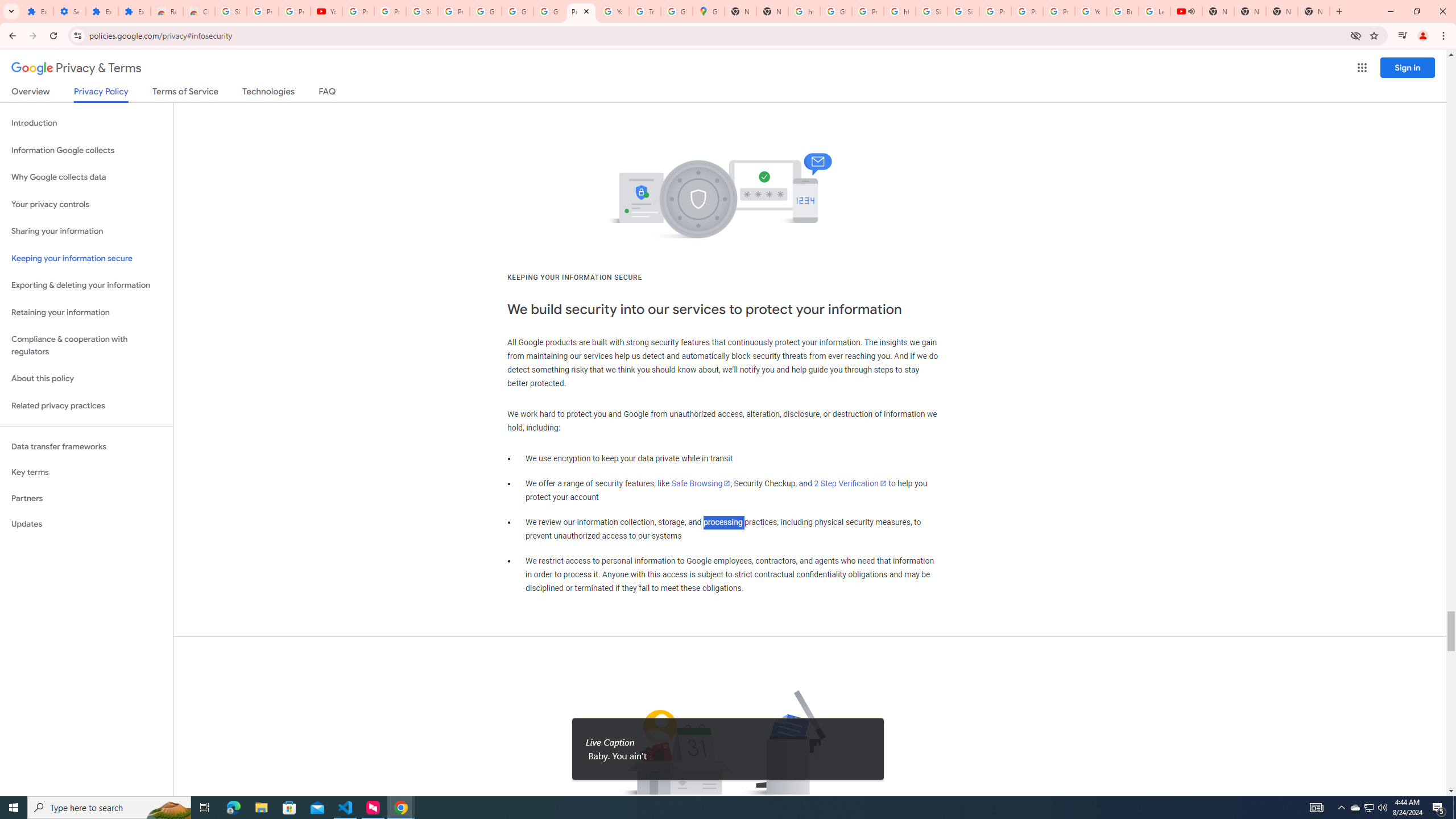  What do you see at coordinates (1361, 67) in the screenshot?
I see `'Google apps'` at bounding box center [1361, 67].